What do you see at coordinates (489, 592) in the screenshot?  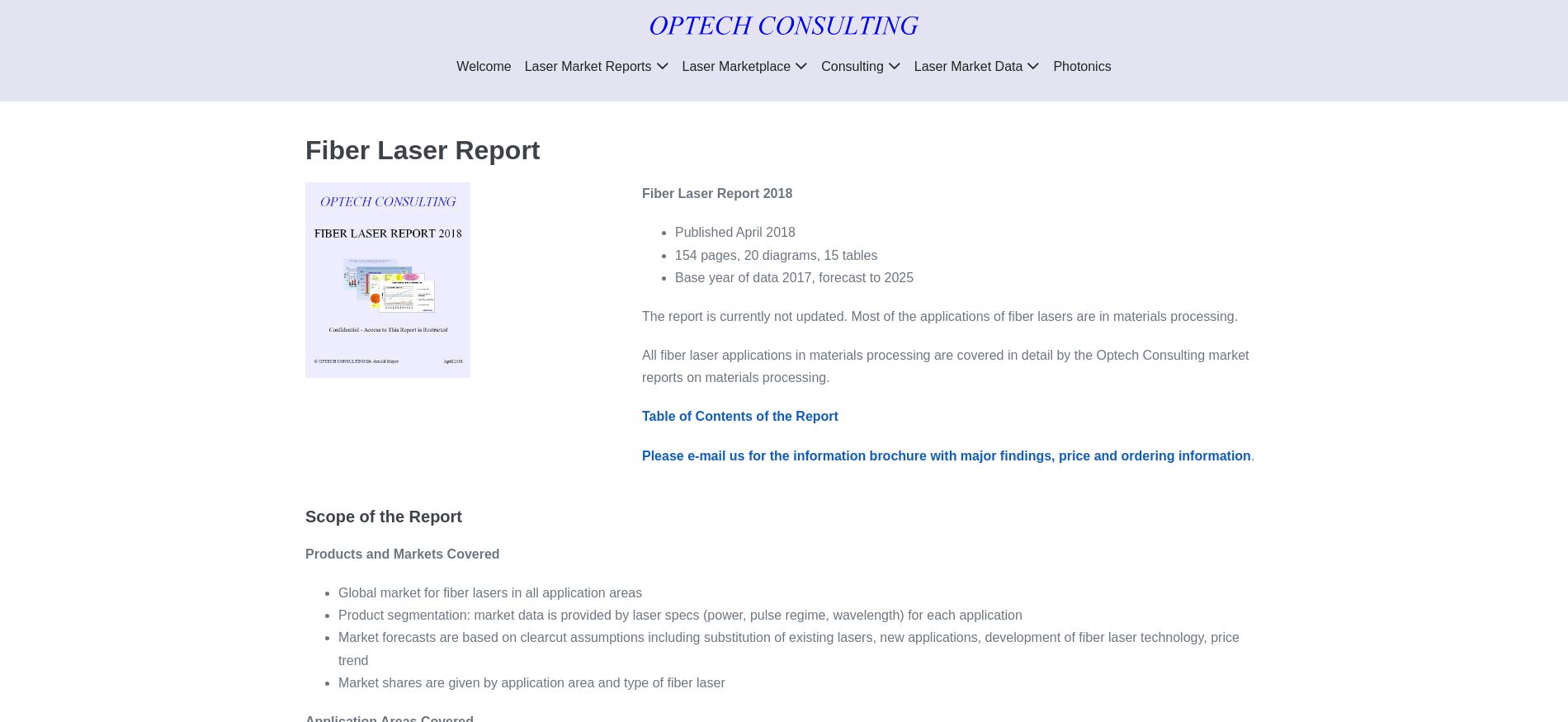 I see `'Global market for fiber lasers in all application areas'` at bounding box center [489, 592].